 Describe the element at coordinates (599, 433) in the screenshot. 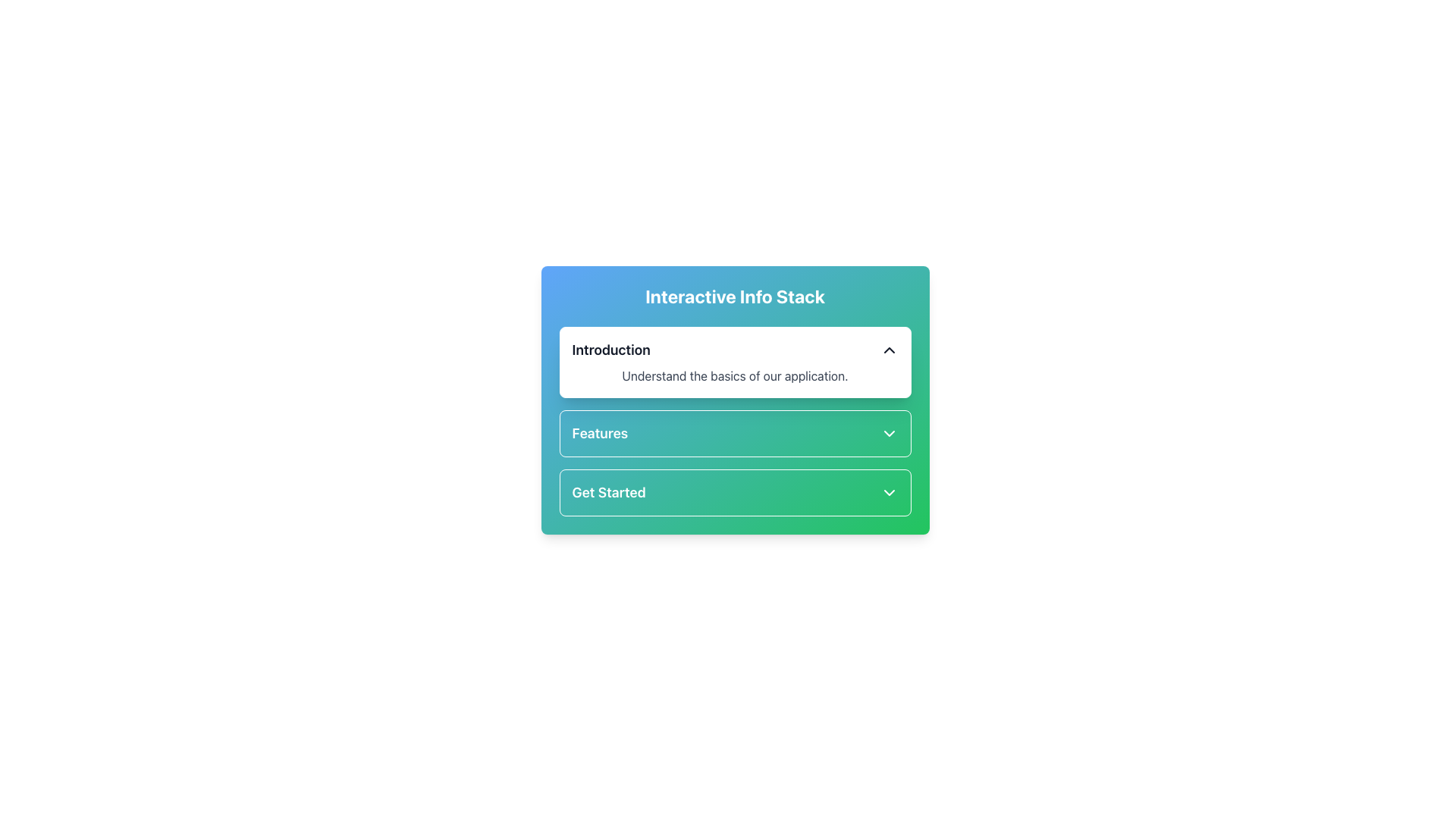

I see `the 'Features' text label, which is styled in bold white font against a gradient green background and is located between the 'Introduction' and 'Get Started' sections` at that location.